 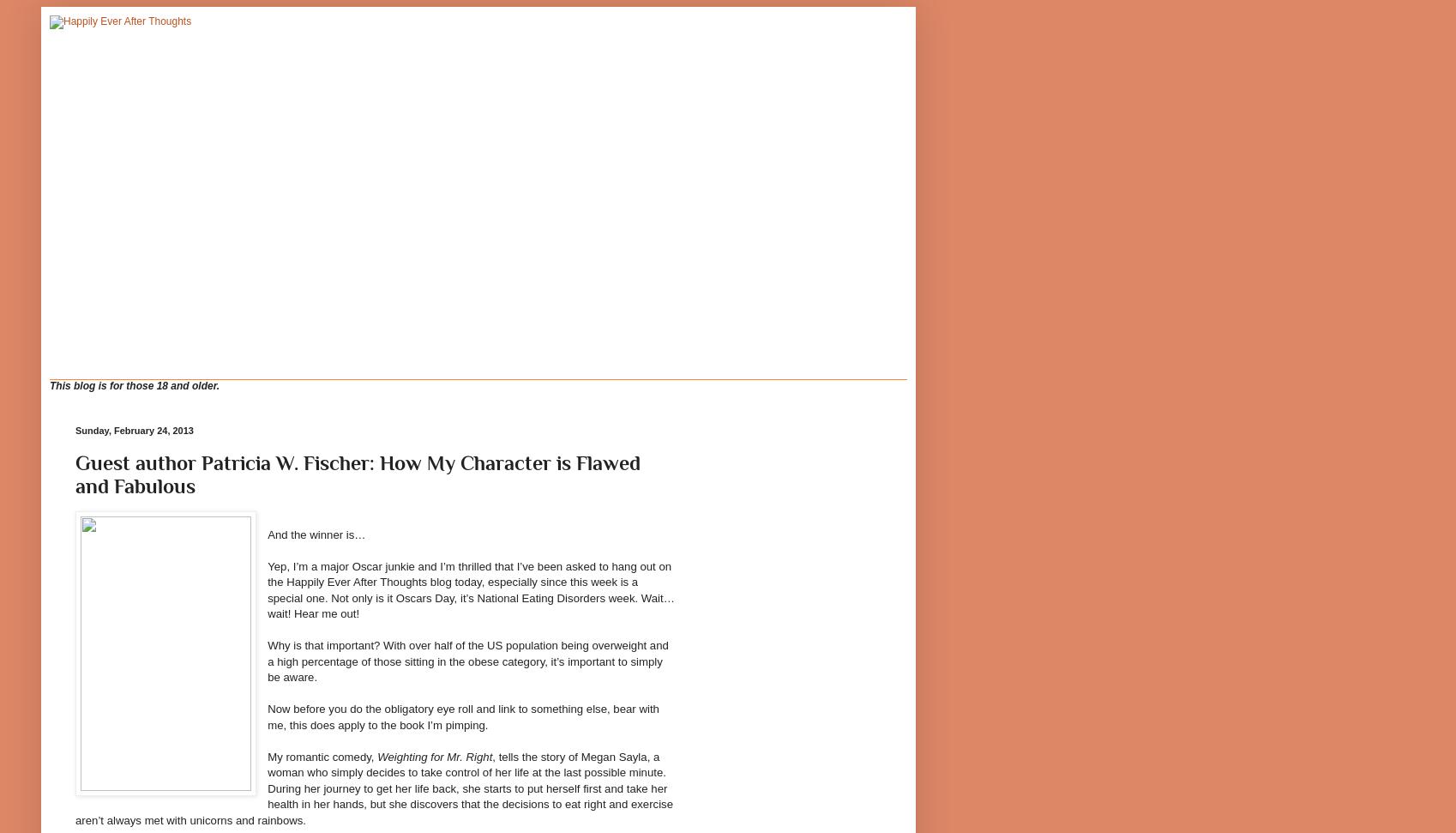 I want to click on 'Sunday, February 24, 2013', so click(x=133, y=430).